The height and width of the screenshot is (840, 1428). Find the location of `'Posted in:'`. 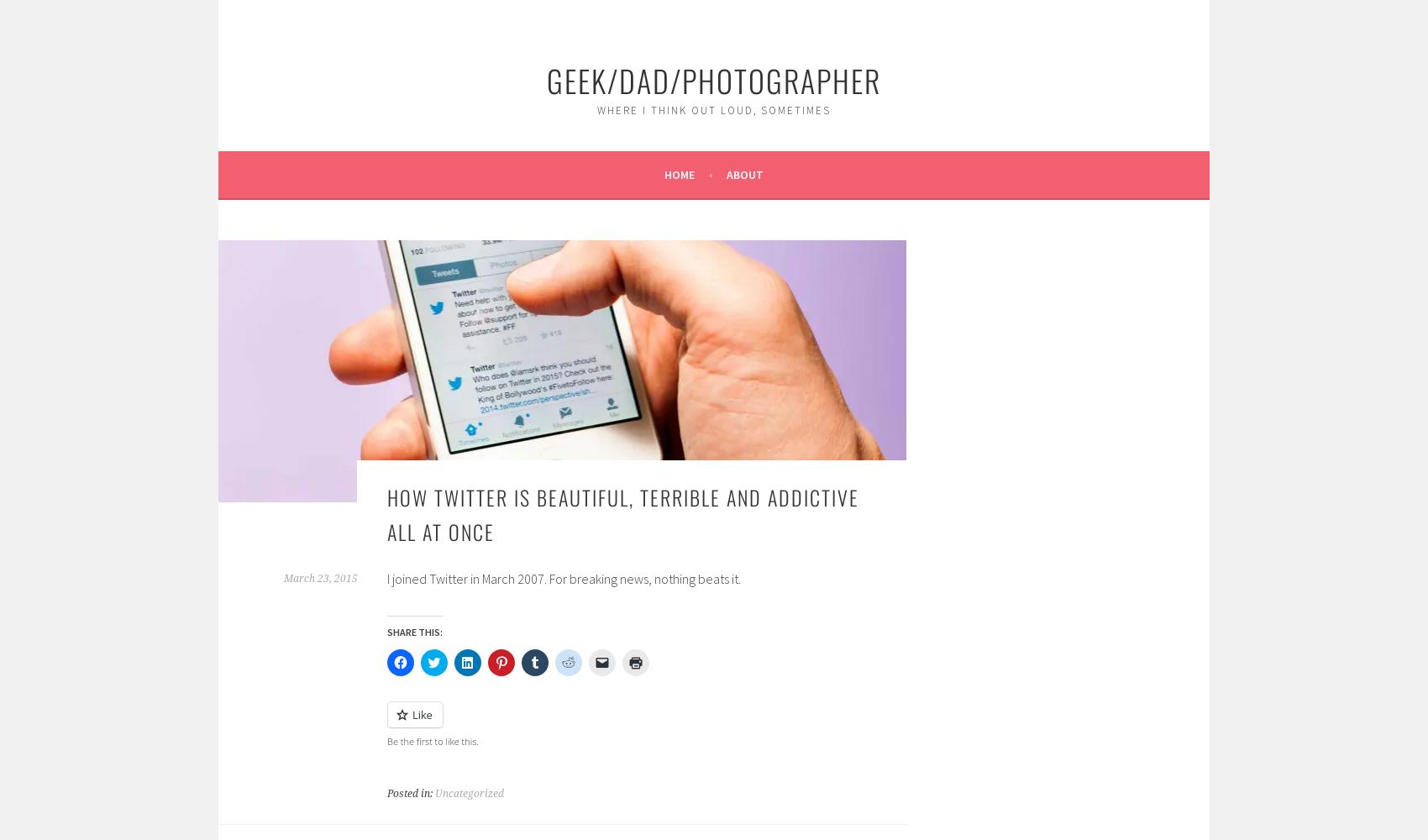

'Posted in:' is located at coordinates (411, 792).